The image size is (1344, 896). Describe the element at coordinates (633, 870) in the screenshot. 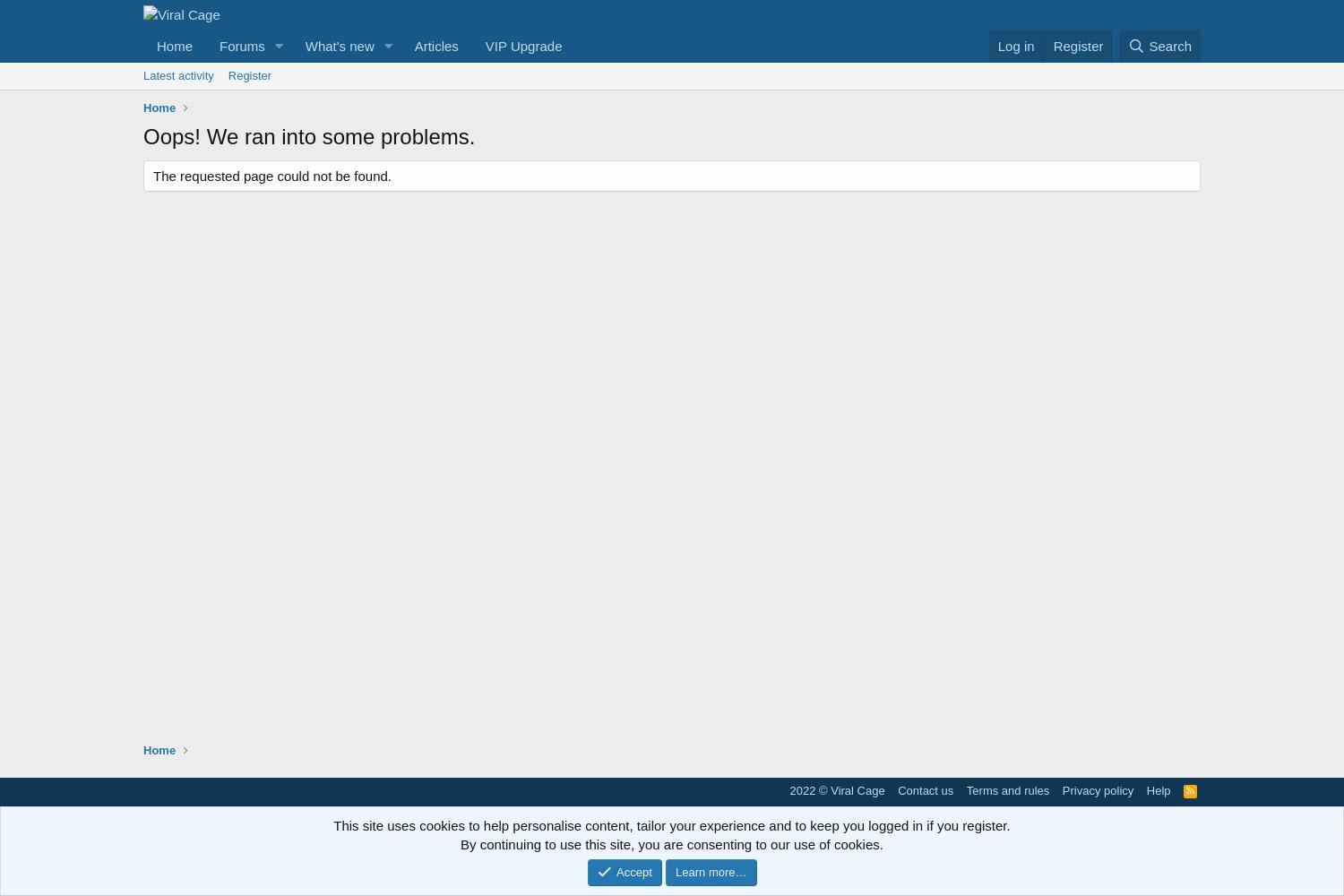

I see `'Accept'` at that location.